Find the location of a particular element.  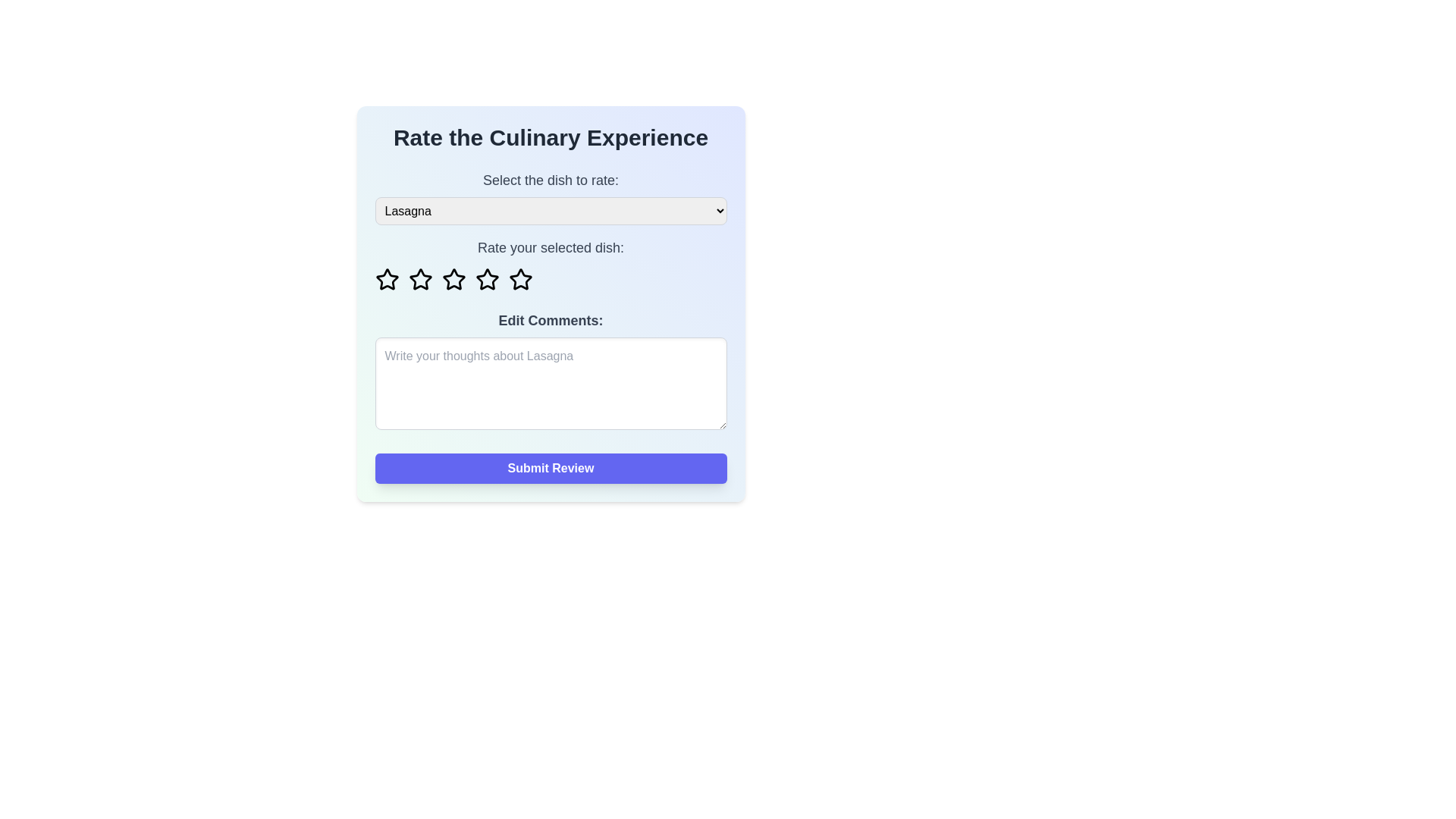

the third star icon is located at coordinates (487, 279).